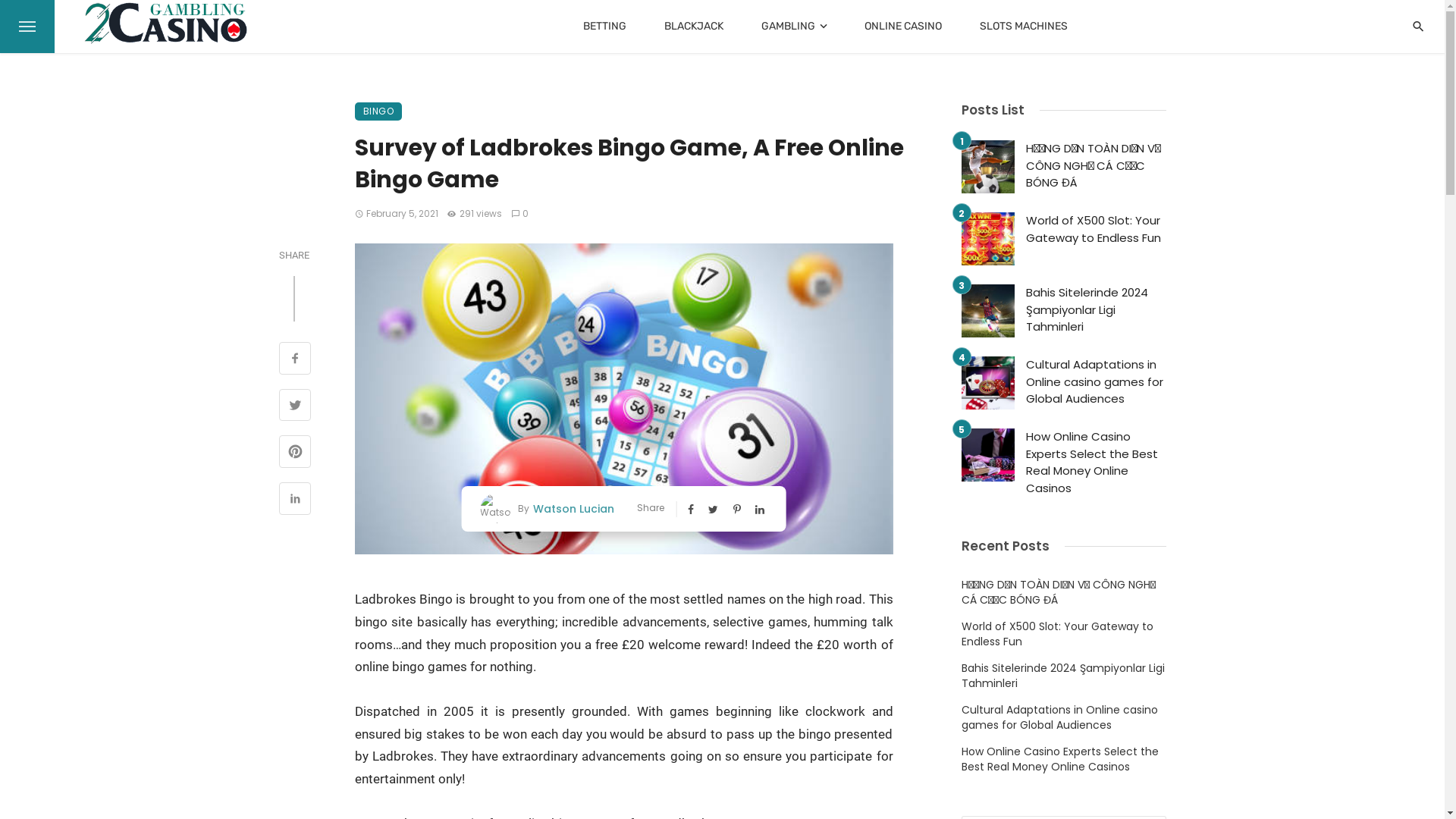 This screenshot has width=1456, height=819. What do you see at coordinates (353, 110) in the screenshot?
I see `'BINGO'` at bounding box center [353, 110].